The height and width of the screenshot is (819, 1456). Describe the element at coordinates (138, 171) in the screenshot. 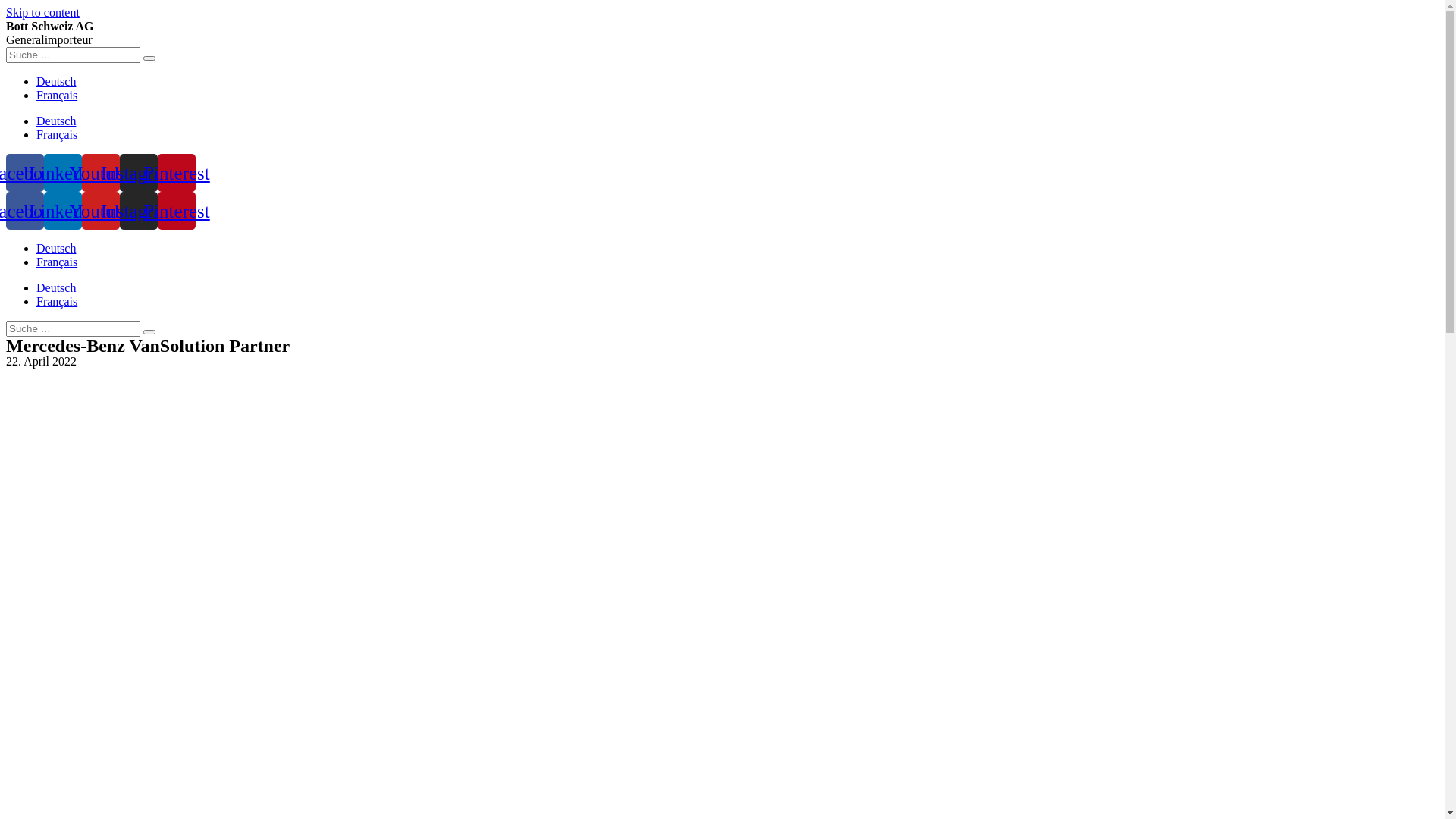

I see `'Instagram'` at that location.